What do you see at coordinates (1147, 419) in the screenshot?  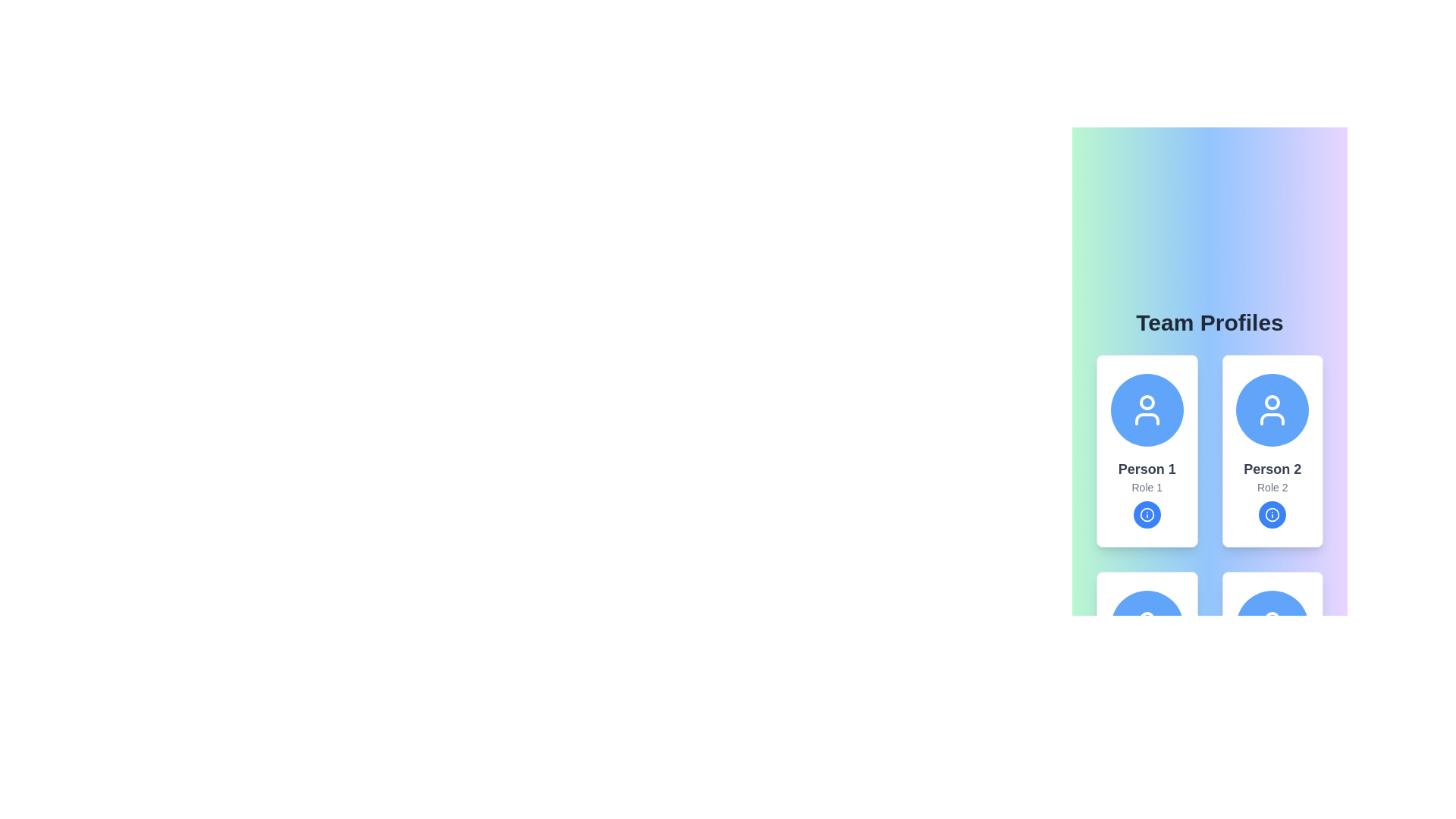 I see `the Icon component in the user's silhouette illustration located in the profile card labeled 'Person 1', positioned at the bottom section of the SVG graphic` at bounding box center [1147, 419].